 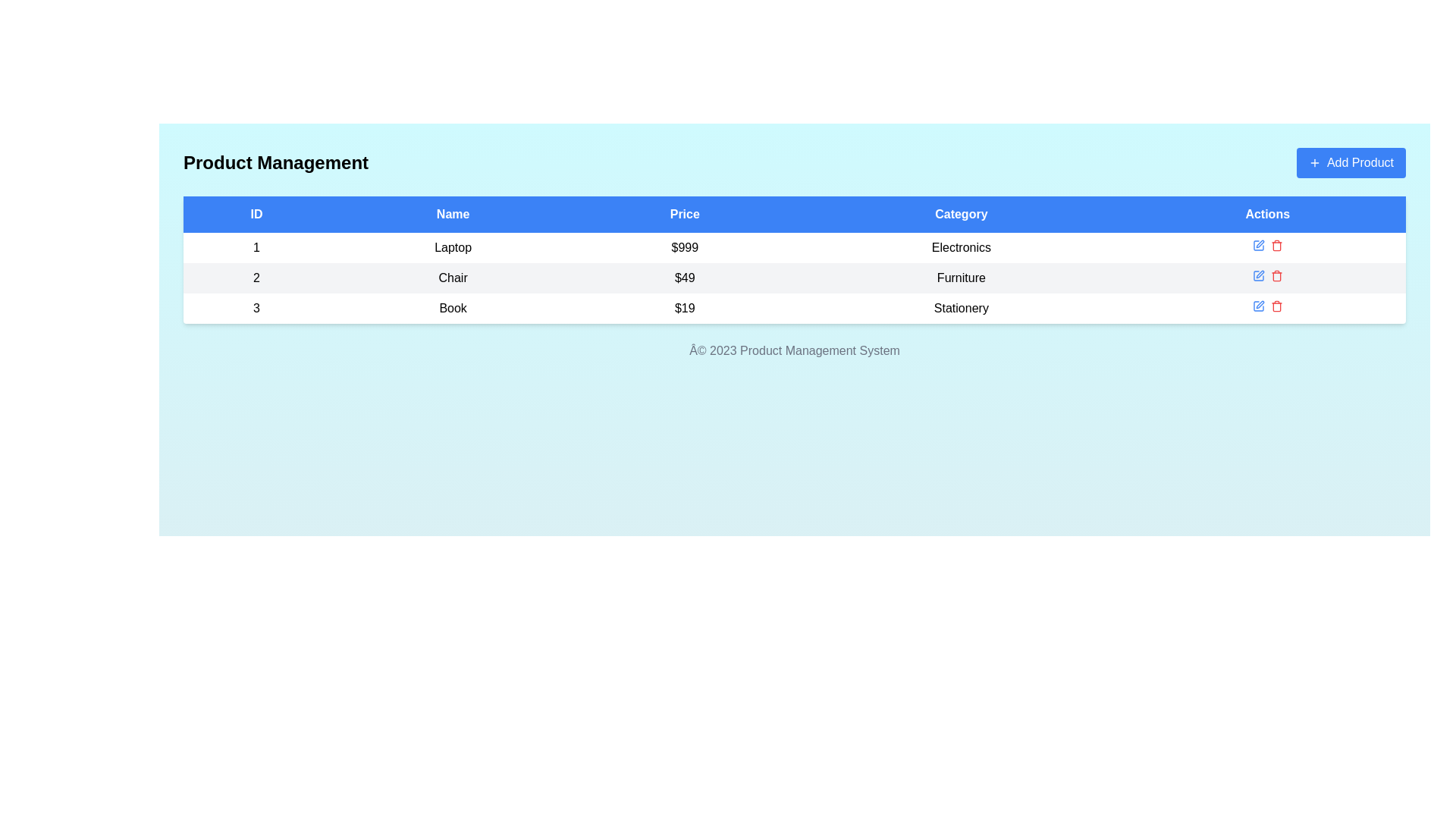 I want to click on the price text label displaying the price for the 'Book' item in the product listing, located in the third row of the table under the 'Price' column, so click(x=684, y=308).